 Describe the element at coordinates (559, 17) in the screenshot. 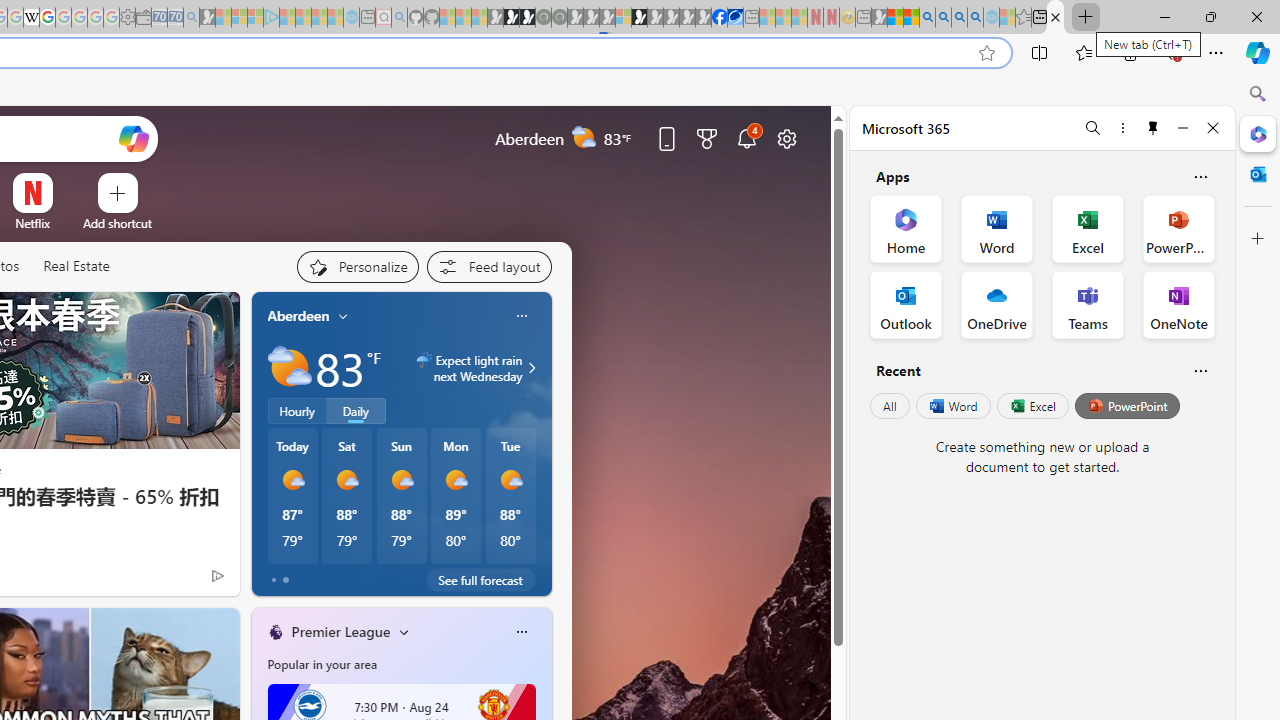

I see `'Future Focus Report 2024 - Sleeping'` at that location.